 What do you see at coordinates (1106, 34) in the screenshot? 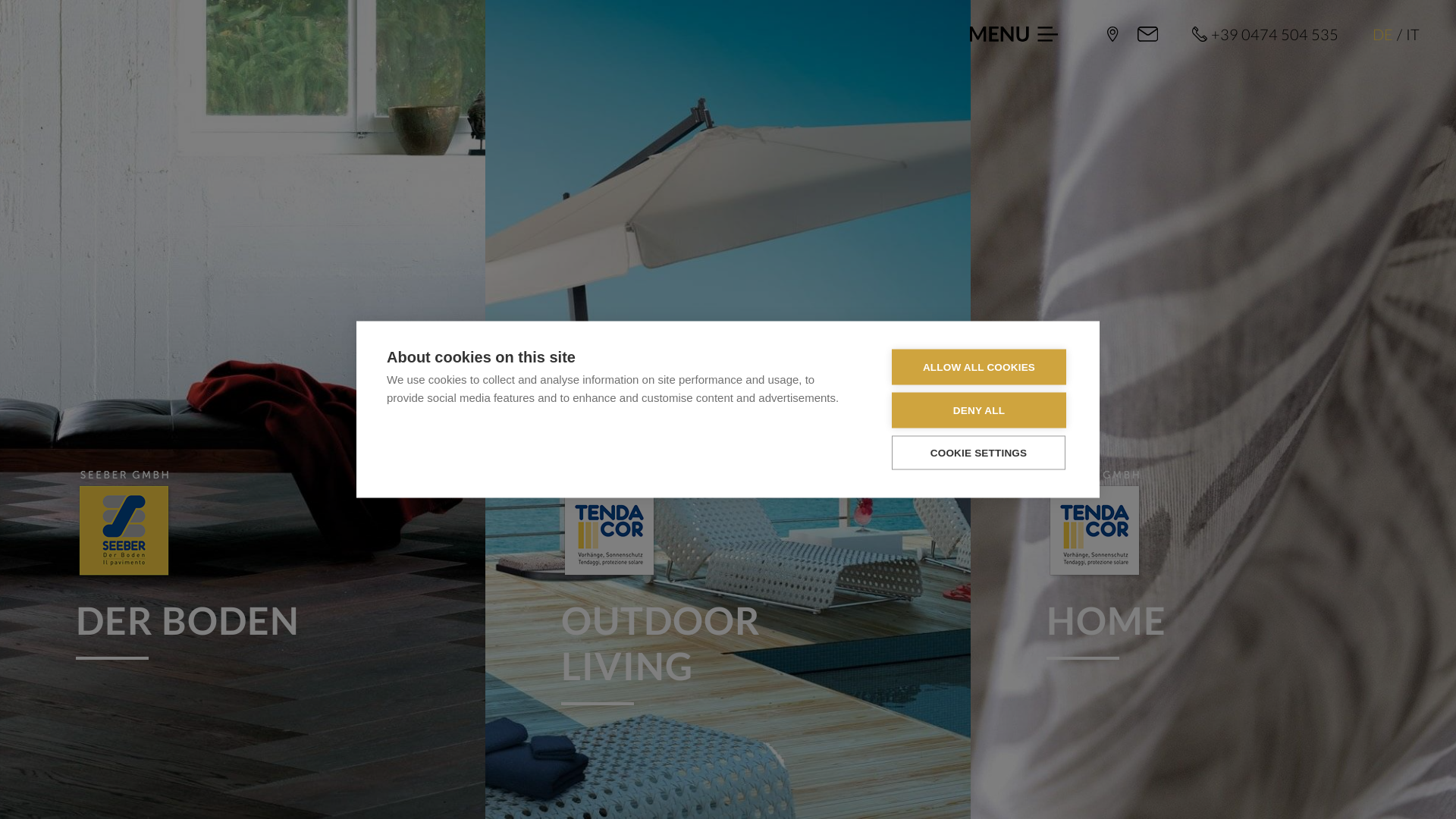
I see `'Seeber'` at bounding box center [1106, 34].